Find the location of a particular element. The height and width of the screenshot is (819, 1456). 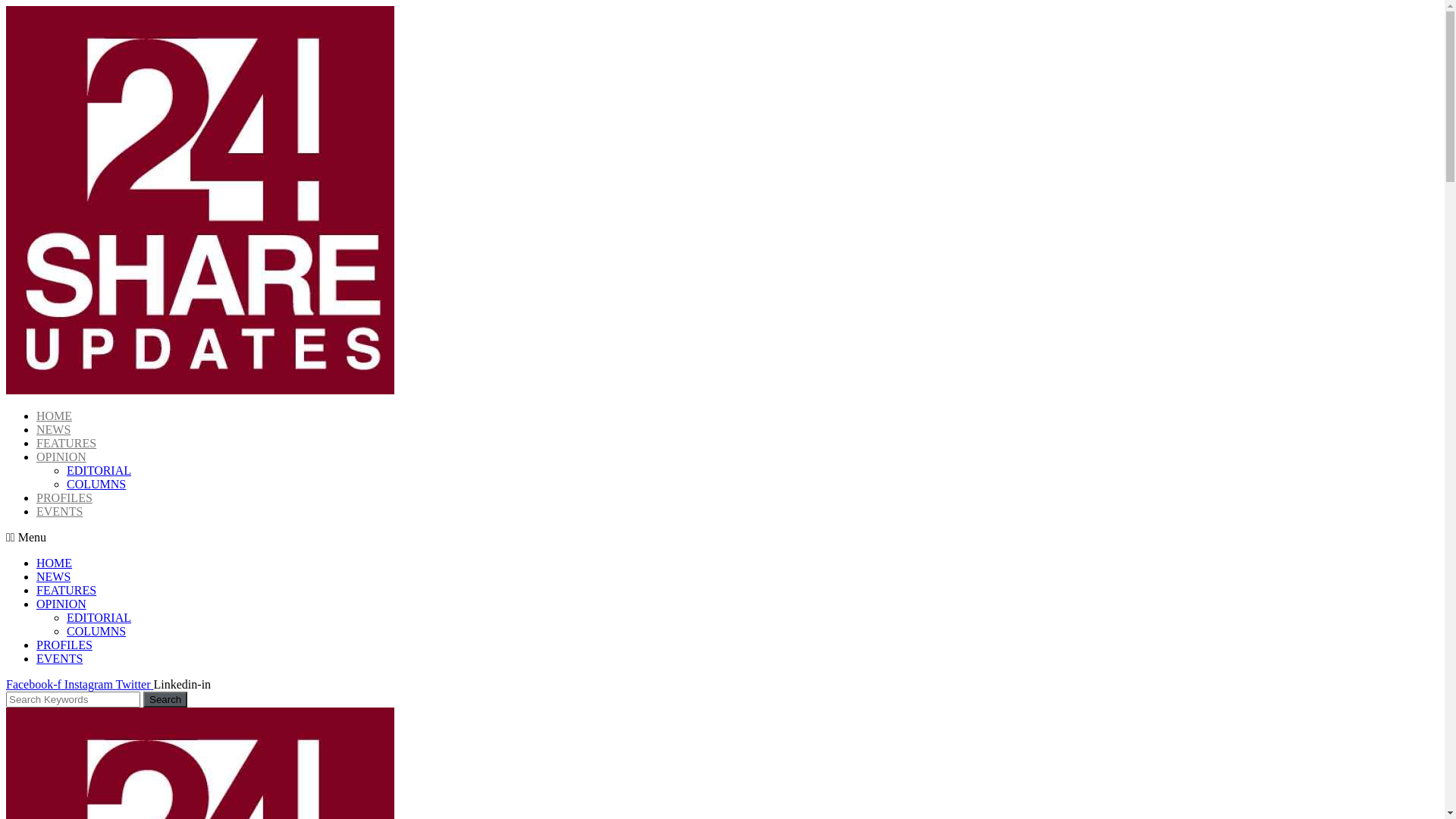

'Linkedin-in' is located at coordinates (153, 684).